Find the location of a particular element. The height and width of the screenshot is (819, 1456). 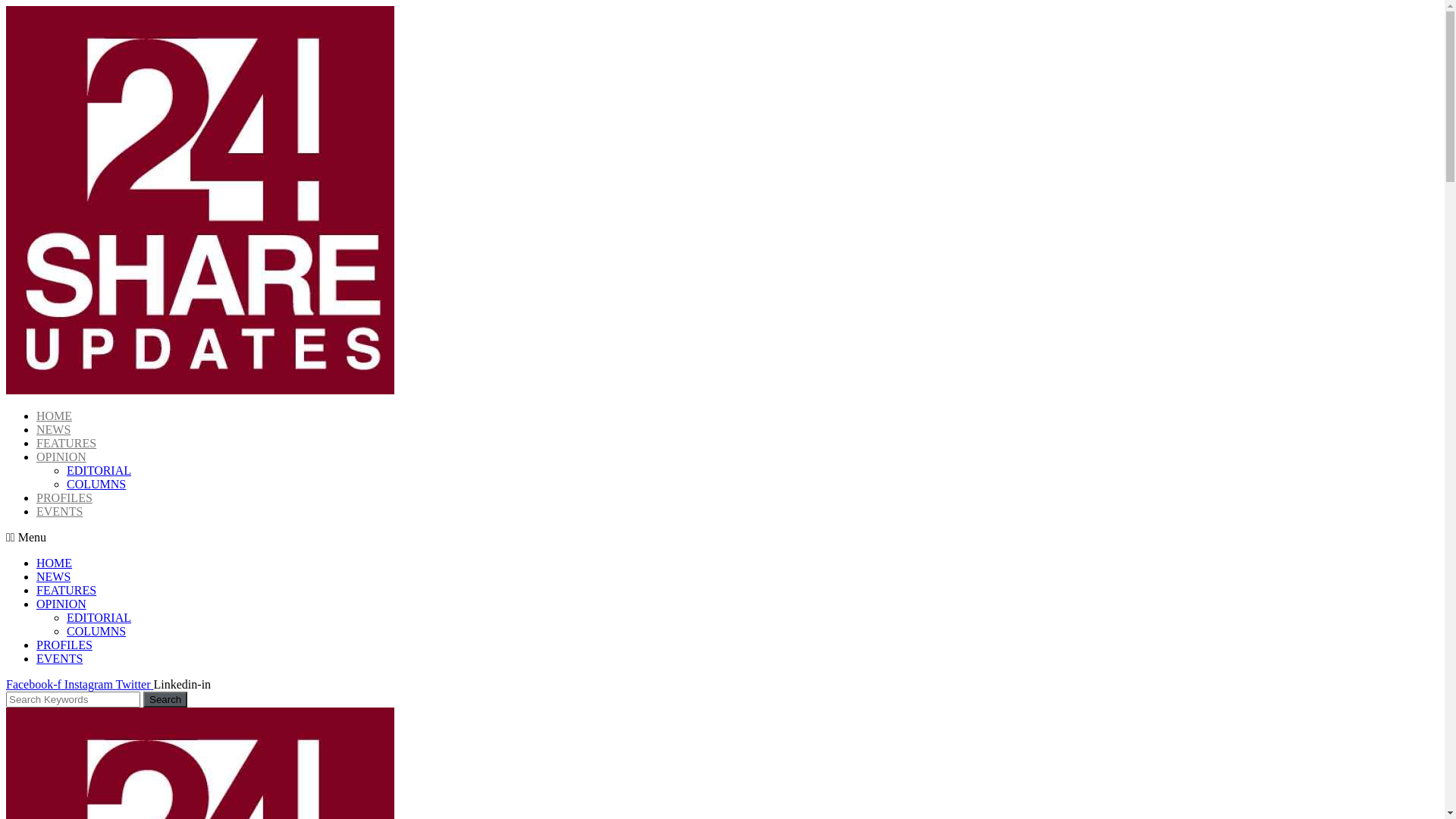

'Linkedin-in' is located at coordinates (153, 684).